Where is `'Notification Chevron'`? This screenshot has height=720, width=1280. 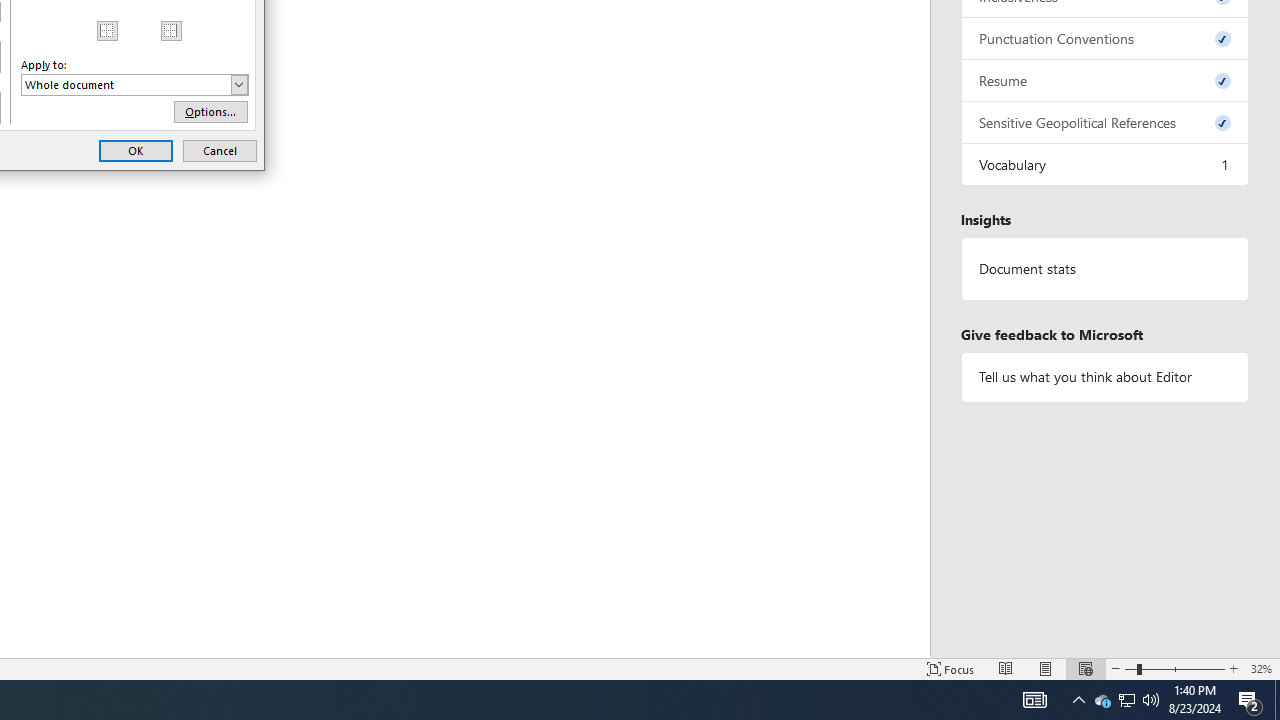 'Notification Chevron' is located at coordinates (1078, 698).